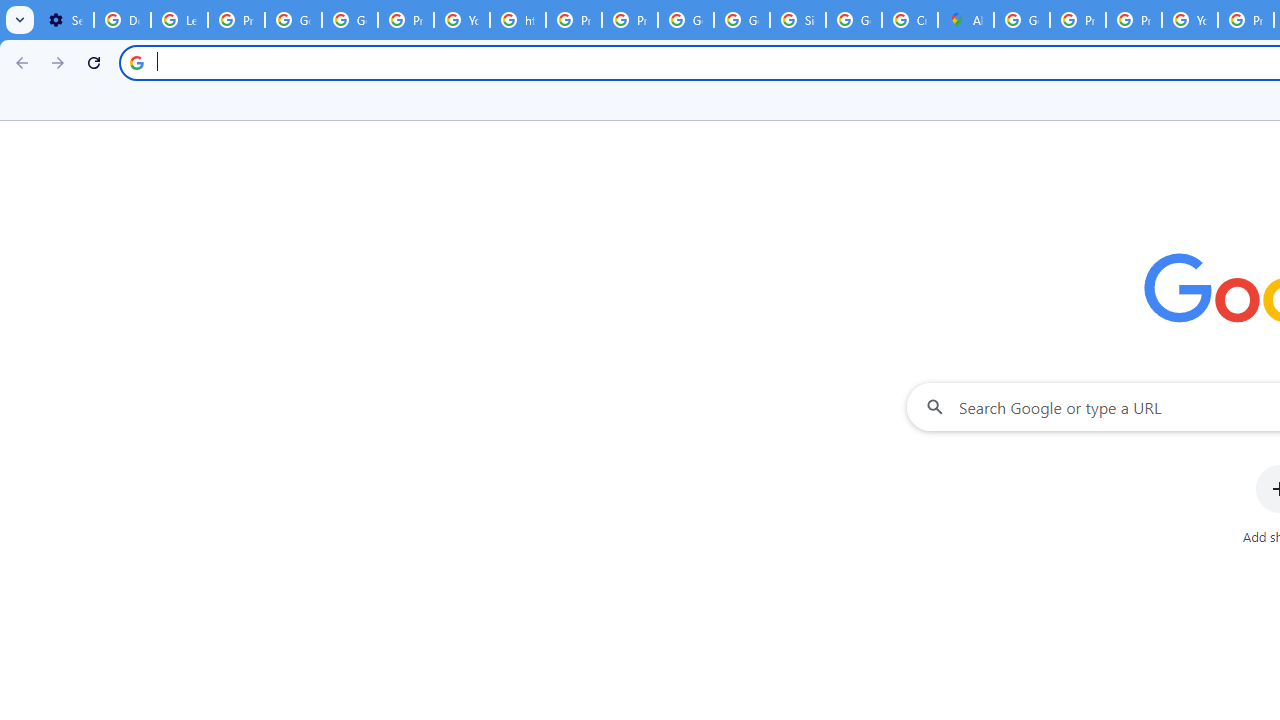  Describe the element at coordinates (121, 20) in the screenshot. I see `'Delete photos & videos - Computer - Google Photos Help'` at that location.